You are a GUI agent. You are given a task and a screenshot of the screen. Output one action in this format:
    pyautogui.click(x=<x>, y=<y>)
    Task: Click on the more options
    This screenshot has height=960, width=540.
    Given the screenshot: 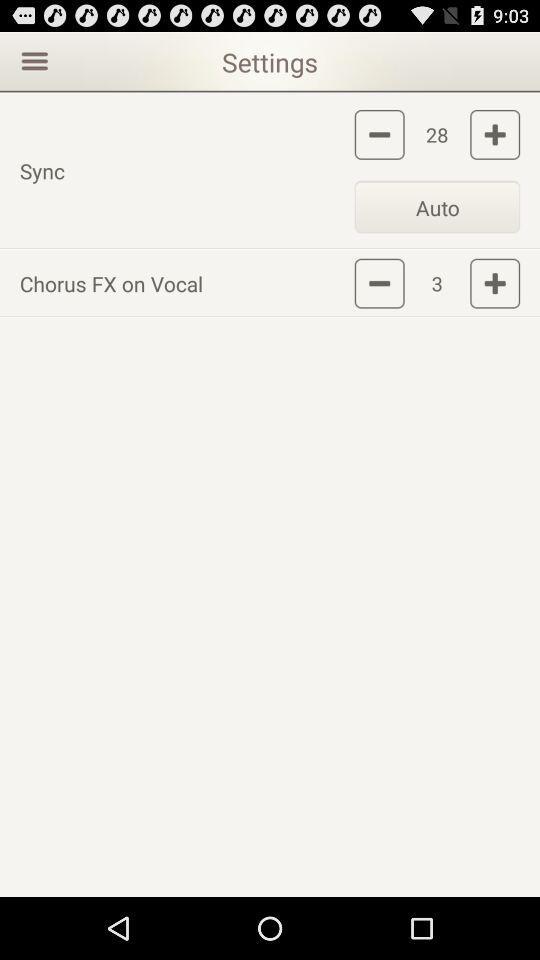 What is the action you would take?
    pyautogui.click(x=31, y=59)
    